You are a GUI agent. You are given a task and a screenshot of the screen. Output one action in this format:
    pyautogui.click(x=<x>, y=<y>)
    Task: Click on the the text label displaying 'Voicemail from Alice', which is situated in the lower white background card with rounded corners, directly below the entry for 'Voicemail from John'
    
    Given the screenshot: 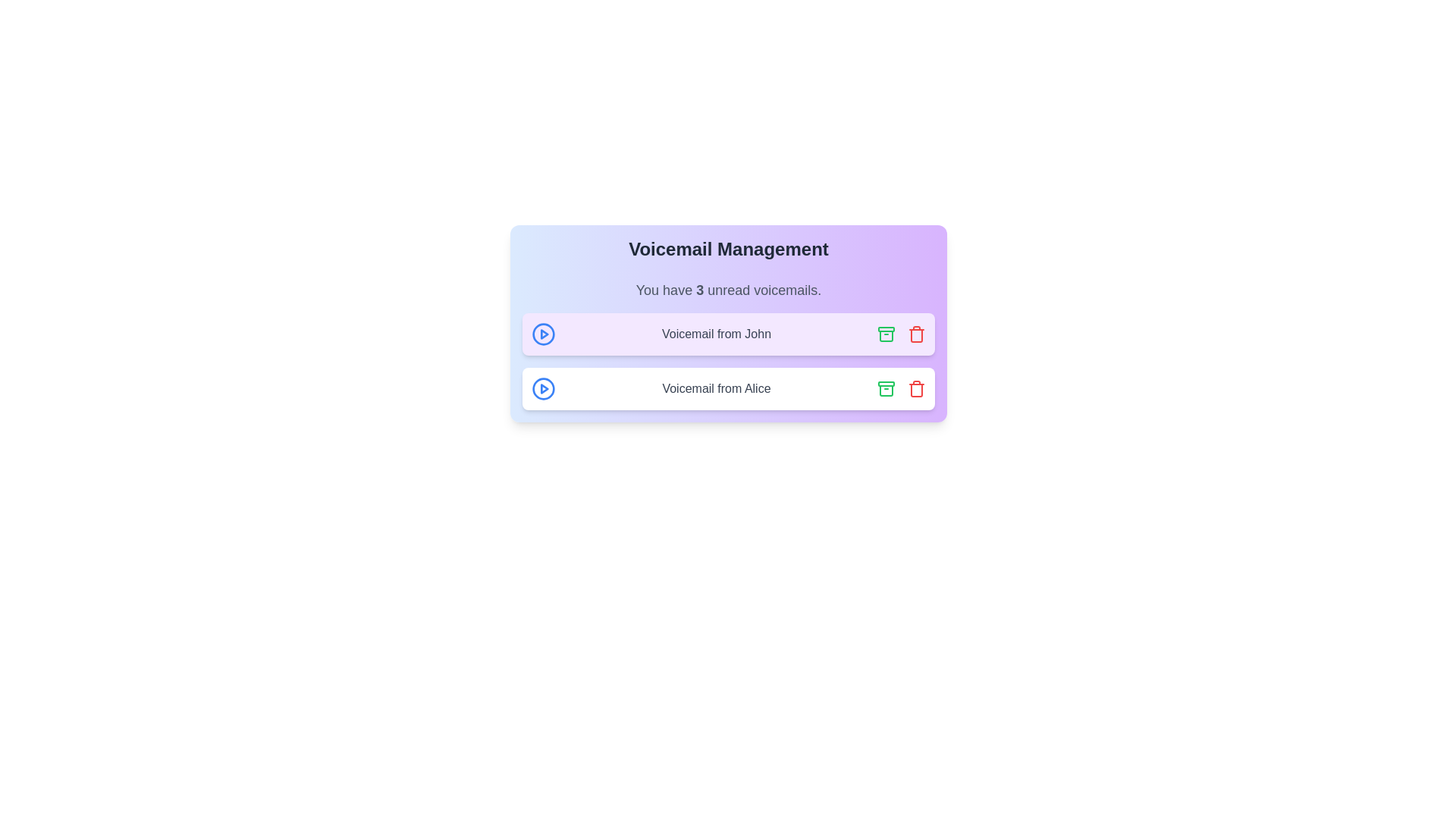 What is the action you would take?
    pyautogui.click(x=716, y=388)
    